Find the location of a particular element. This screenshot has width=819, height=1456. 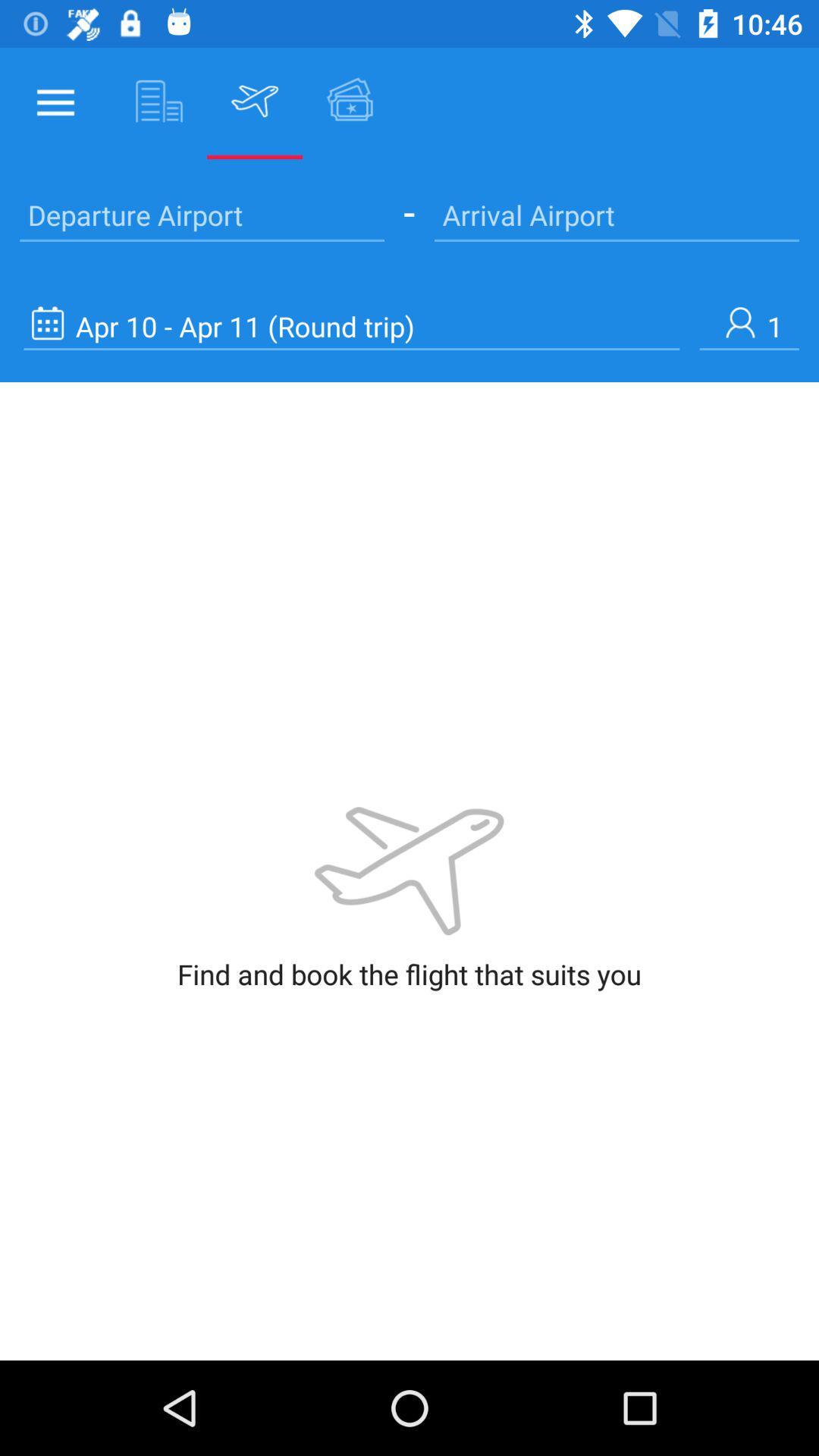

the field arrival airport is located at coordinates (617, 214).